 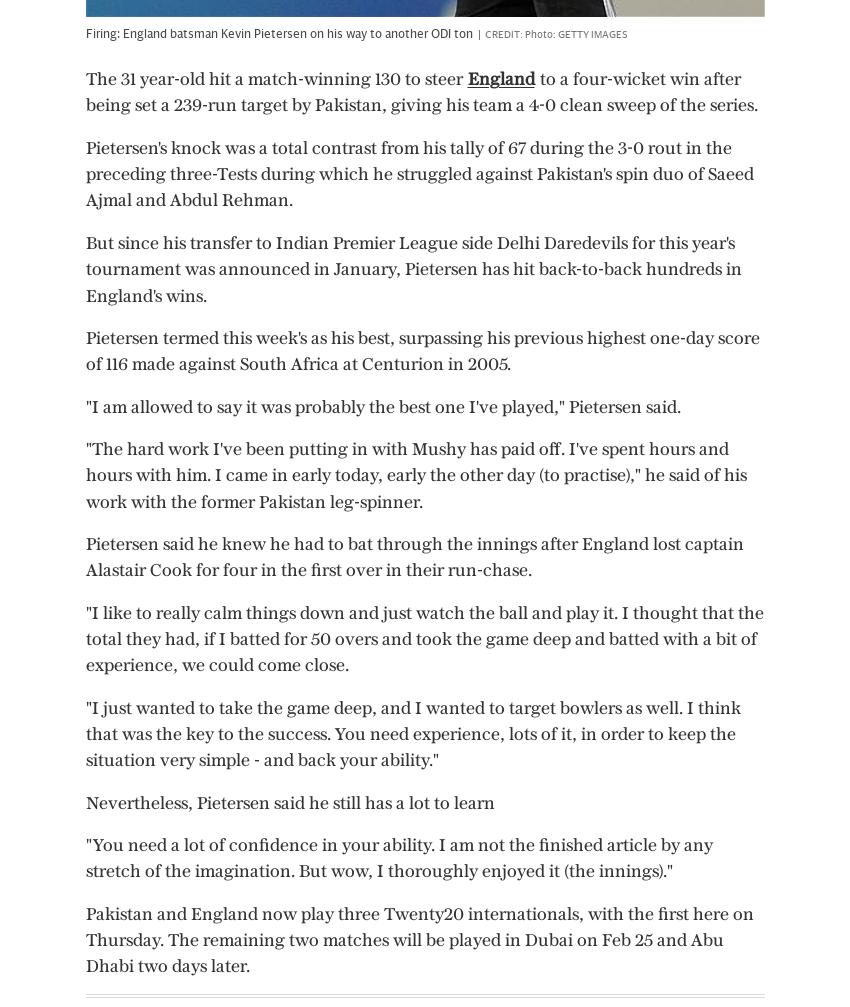 I want to click on 'Magician David Berglas dies aged 97', so click(x=293, y=265).